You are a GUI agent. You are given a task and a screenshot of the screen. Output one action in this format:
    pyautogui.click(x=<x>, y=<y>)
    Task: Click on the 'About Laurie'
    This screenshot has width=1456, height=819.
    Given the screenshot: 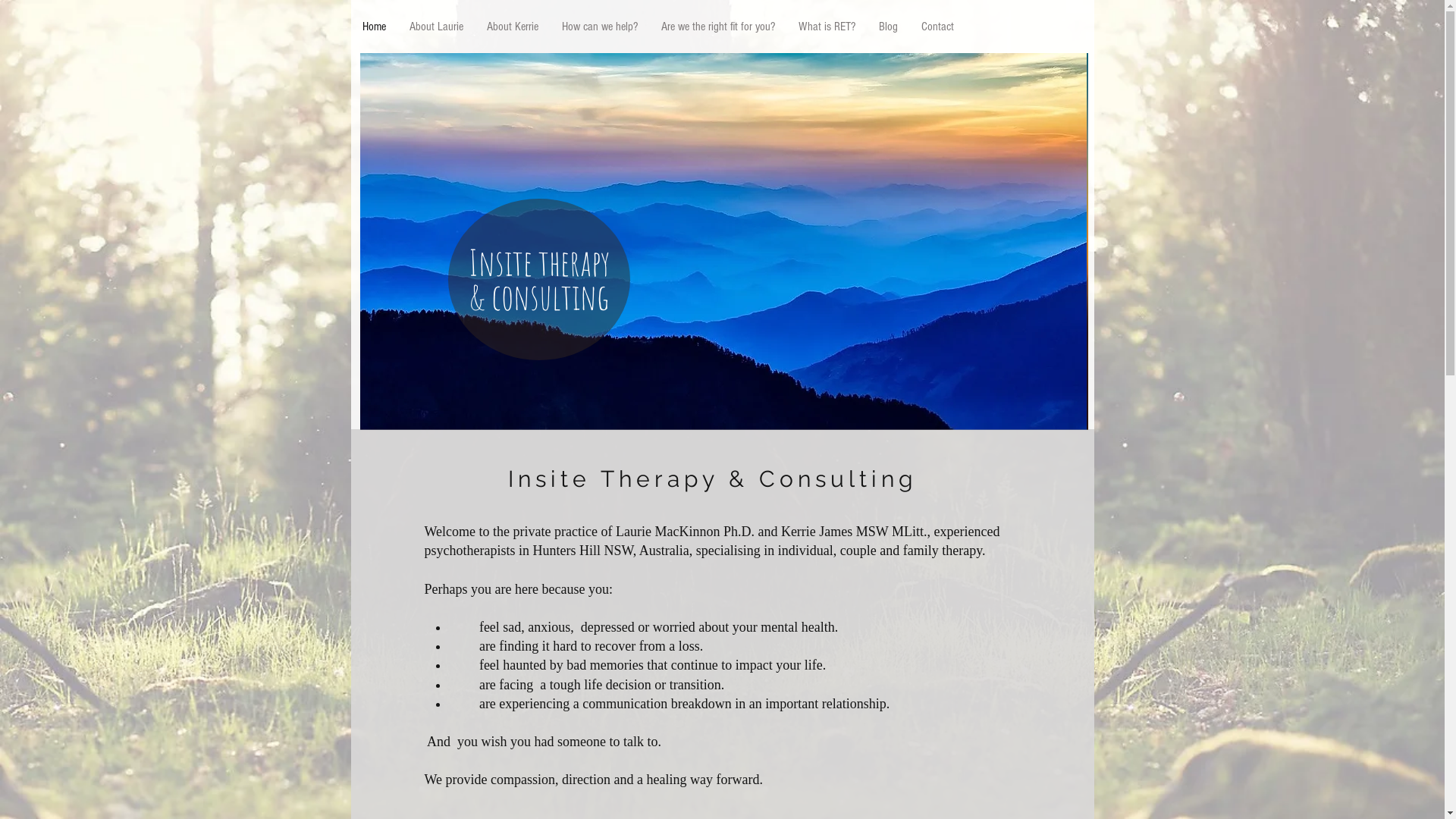 What is the action you would take?
    pyautogui.click(x=435, y=27)
    